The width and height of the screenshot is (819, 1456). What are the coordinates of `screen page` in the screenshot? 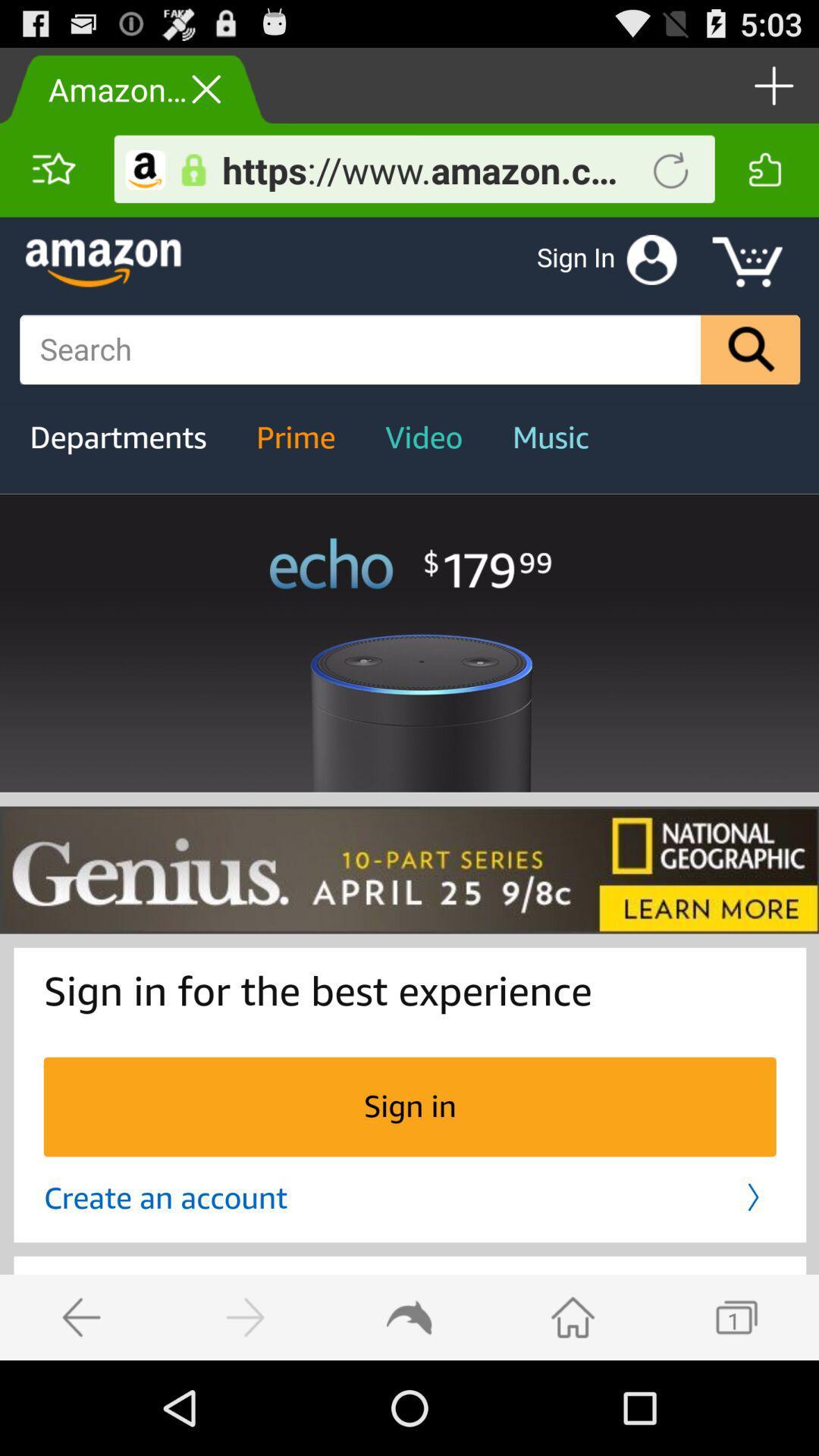 It's located at (409, 789).